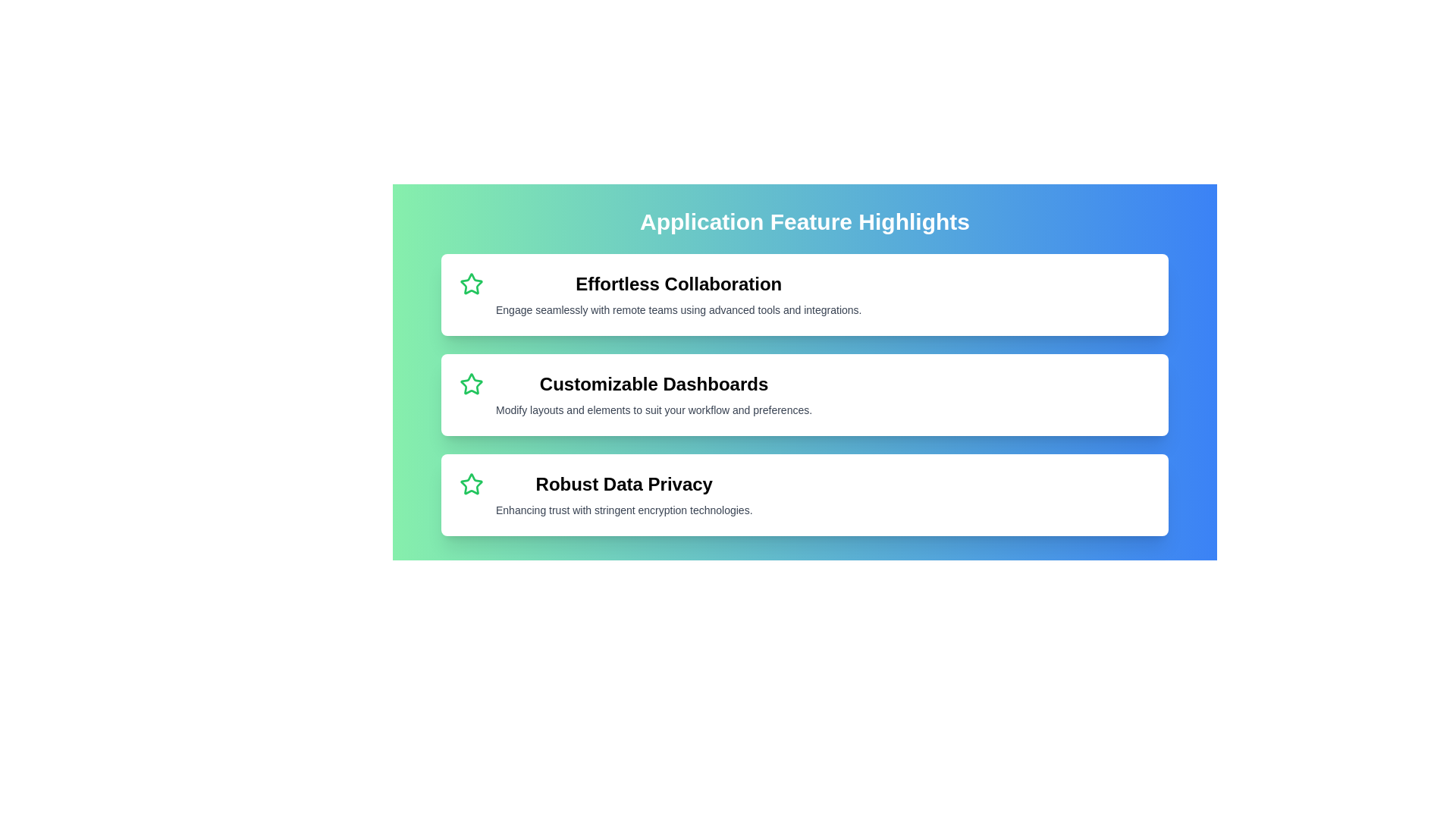  What do you see at coordinates (471, 383) in the screenshot?
I see `the green outlined star icon located to the left of the 'Customizable Dashboards' heading to interact with the associated content` at bounding box center [471, 383].